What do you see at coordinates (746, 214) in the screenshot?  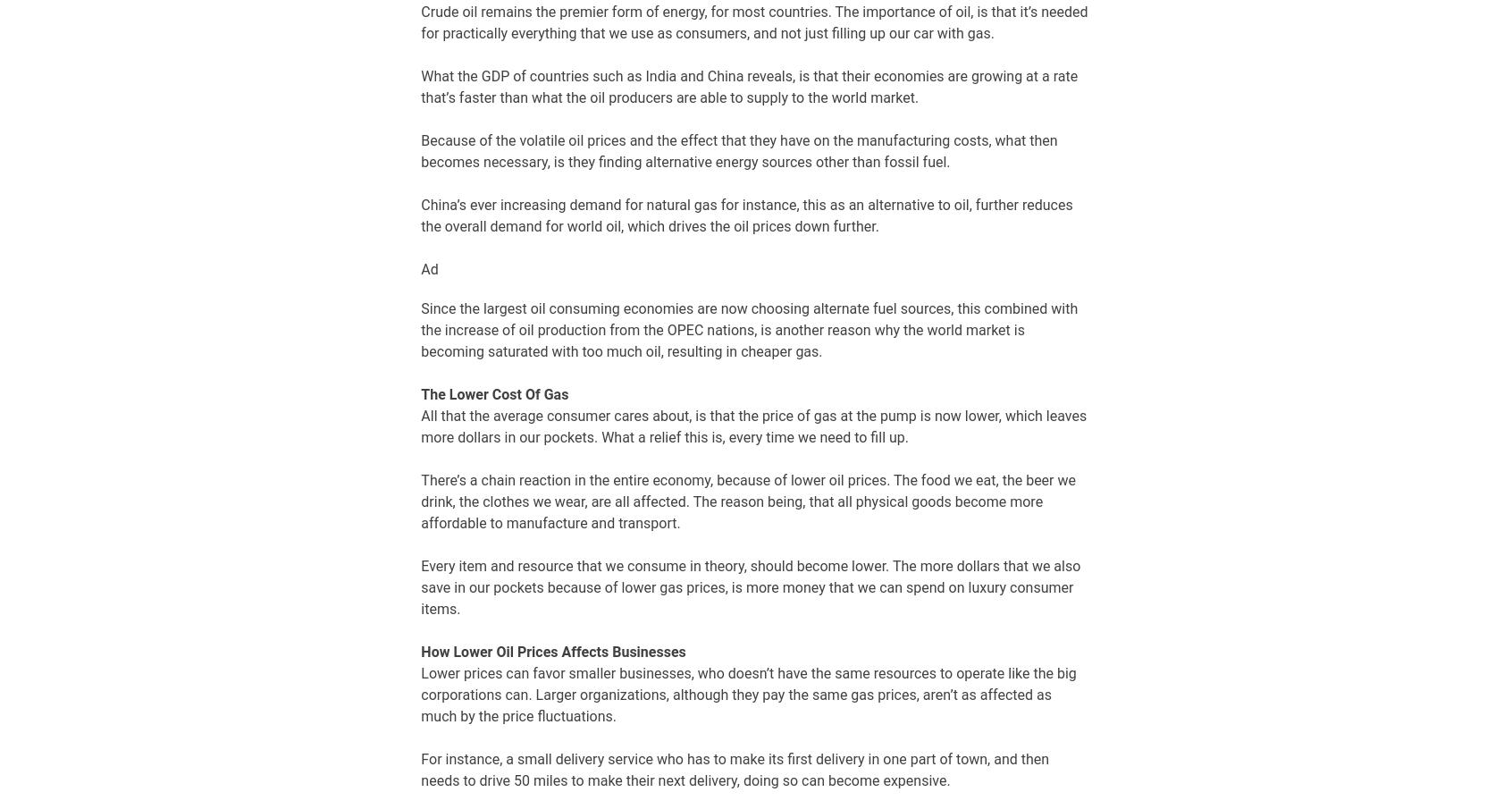 I see `'China’s ever increasing demand for natural gas for instance, this as an alternative to oil, further reduces the overall demand for world oil, which drives the oil prices down further.'` at bounding box center [746, 214].